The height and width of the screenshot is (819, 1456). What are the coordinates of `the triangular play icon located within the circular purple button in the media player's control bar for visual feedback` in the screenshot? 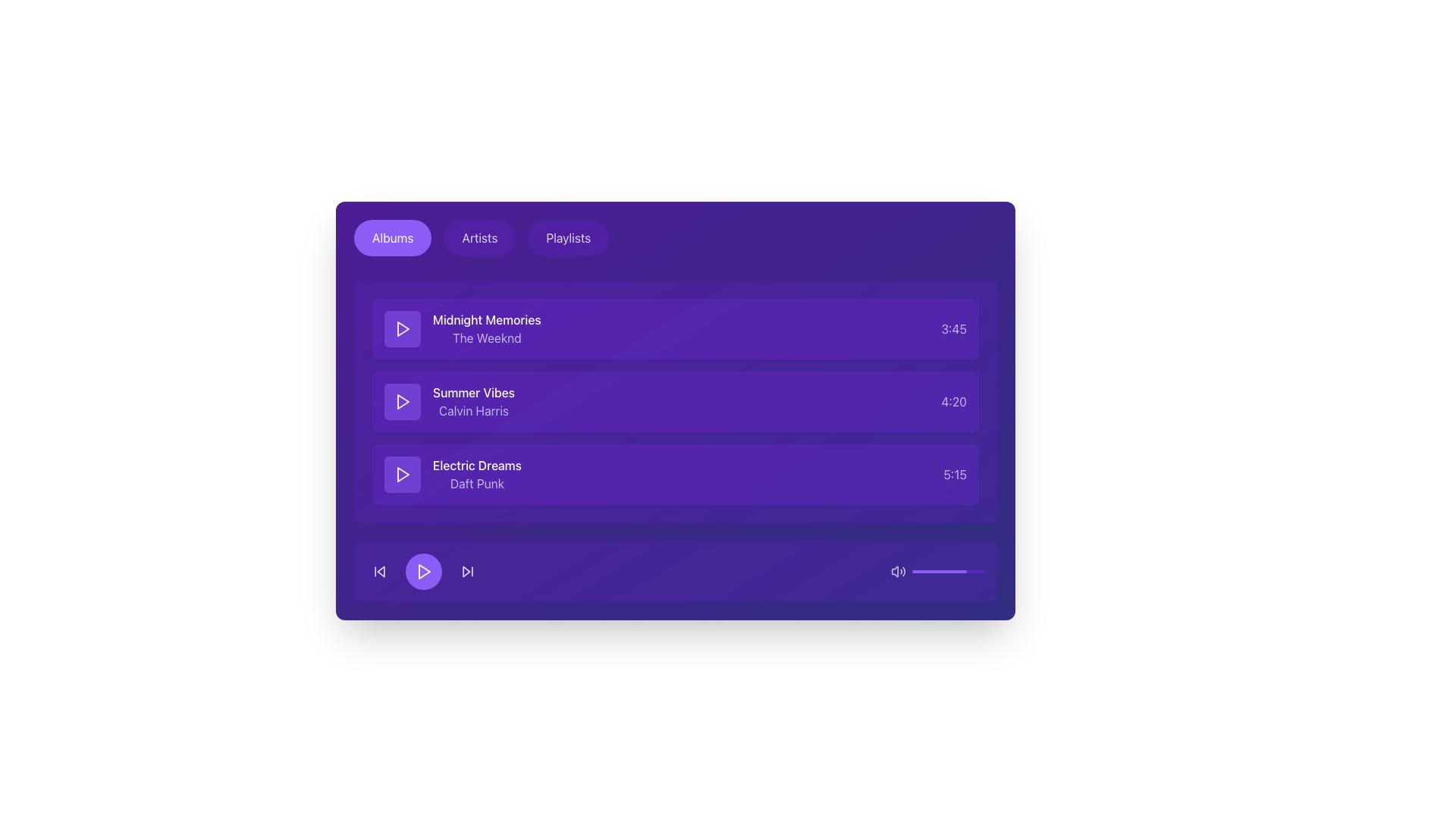 It's located at (425, 571).